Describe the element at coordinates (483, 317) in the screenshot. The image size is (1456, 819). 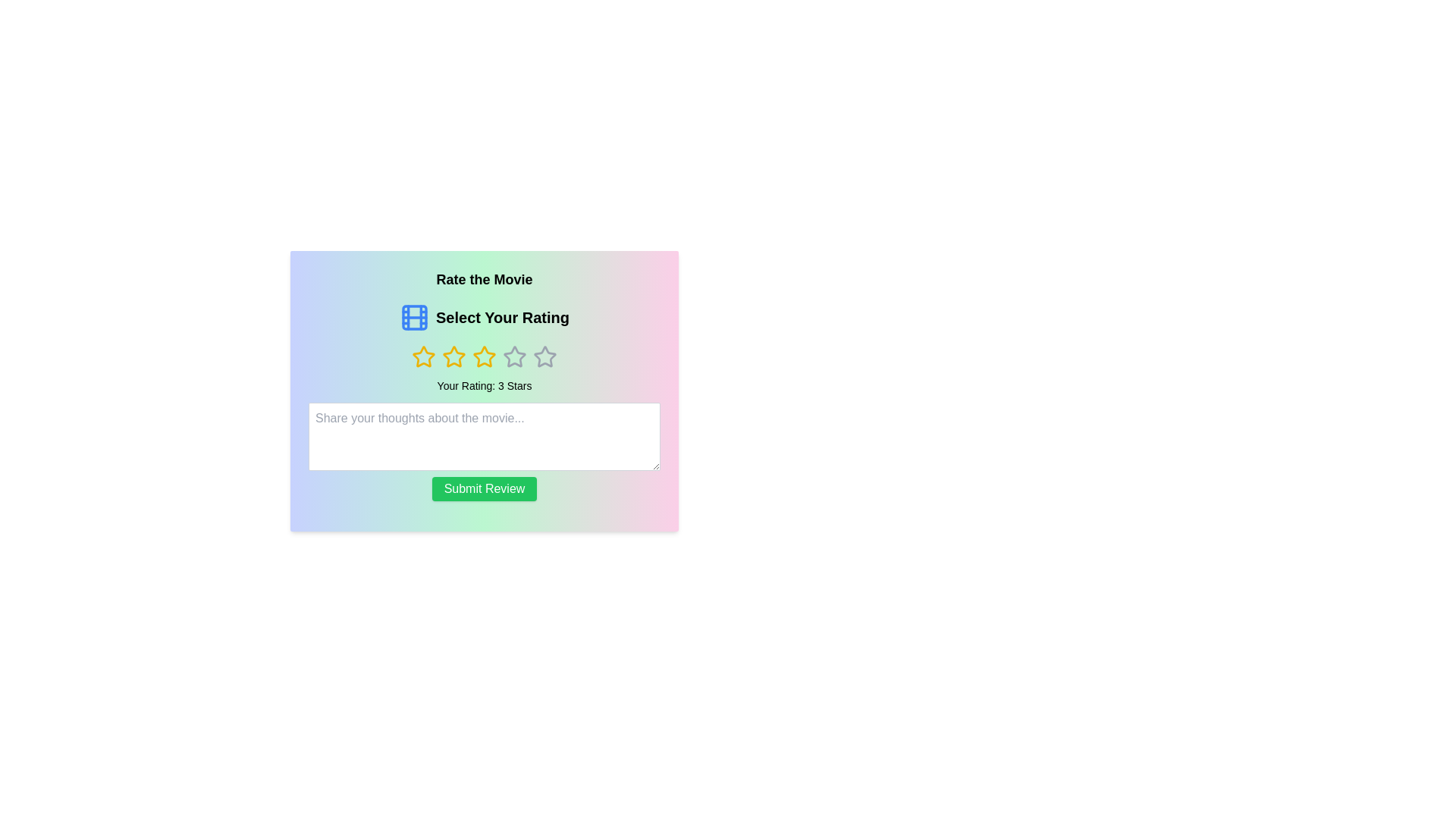
I see `displayed text 'Select Your Rating' which is centrally aligned and accompanied by a film strip icon, located beneath 'Rate the Movie' and above the star rating row` at that location.